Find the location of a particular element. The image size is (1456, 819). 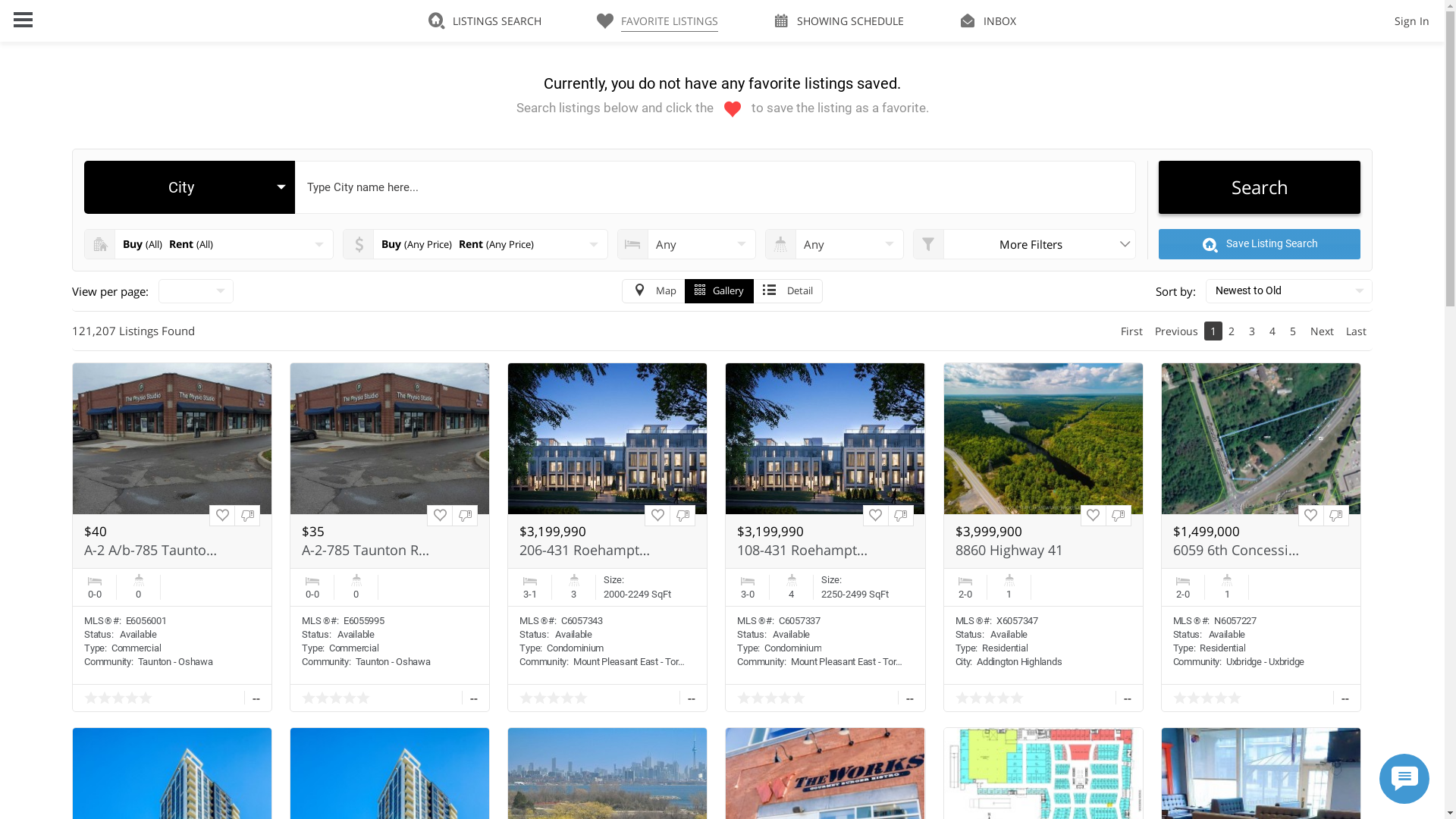

'INBOX' is located at coordinates (987, 20).